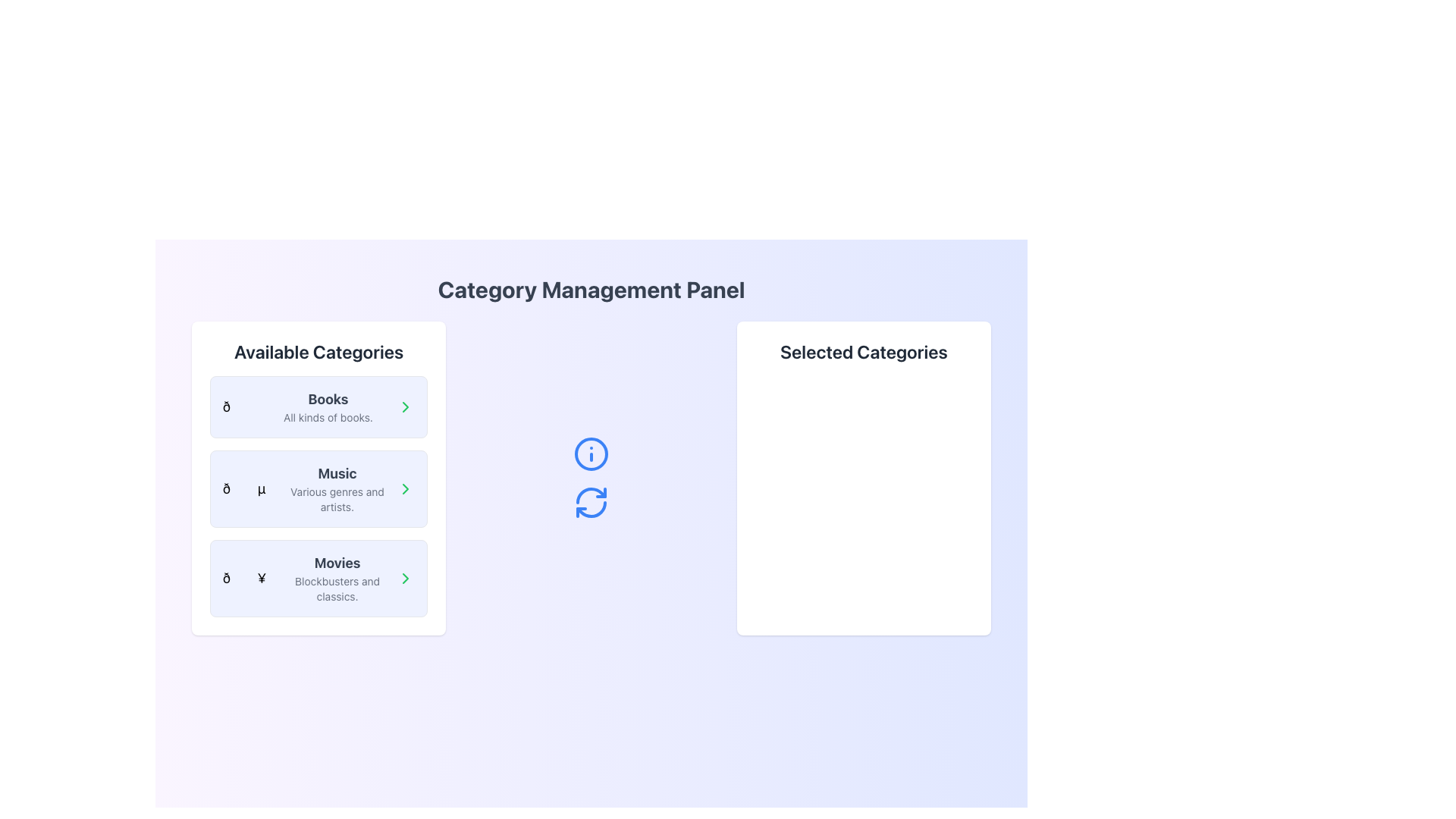 The image size is (1456, 819). Describe the element at coordinates (336, 500) in the screenshot. I see `the text label that reads 'Various genres and artists.' located beneath the 'Music' heading in the Music category section of the 'Available Categories' panel` at that location.